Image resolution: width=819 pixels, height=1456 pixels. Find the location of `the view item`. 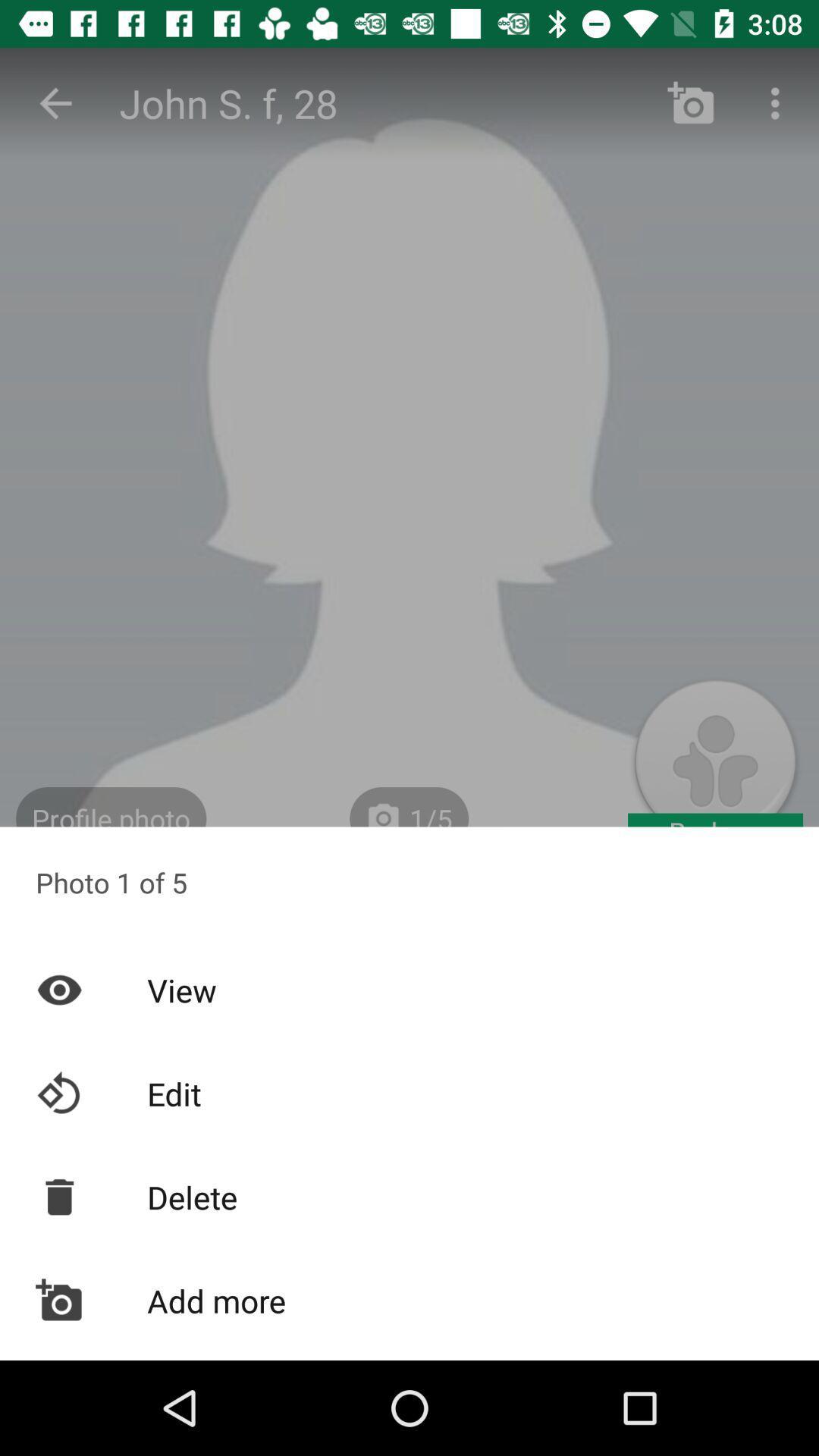

the view item is located at coordinates (409, 990).